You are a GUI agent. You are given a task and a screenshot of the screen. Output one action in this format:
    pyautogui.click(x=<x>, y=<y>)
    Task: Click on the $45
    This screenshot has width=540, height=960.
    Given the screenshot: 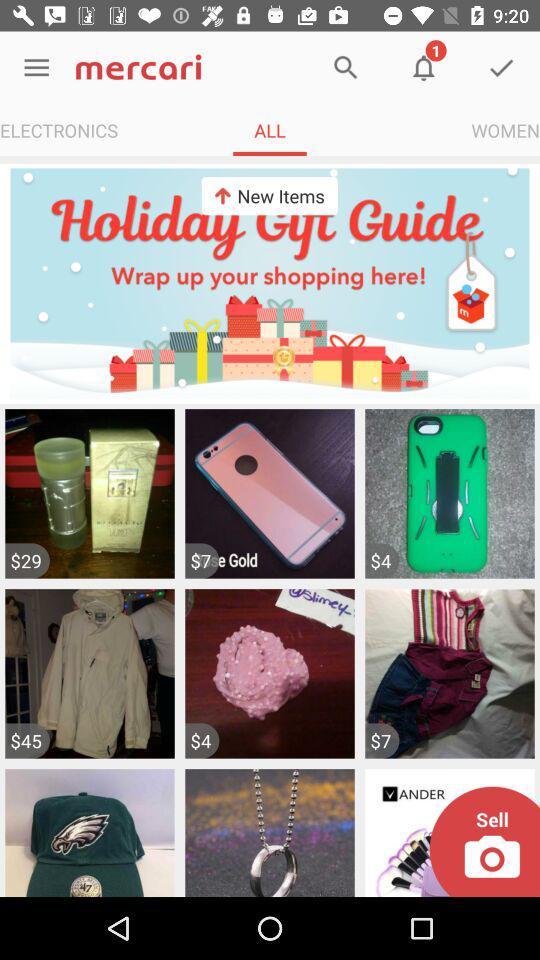 What is the action you would take?
    pyautogui.click(x=26, y=740)
    